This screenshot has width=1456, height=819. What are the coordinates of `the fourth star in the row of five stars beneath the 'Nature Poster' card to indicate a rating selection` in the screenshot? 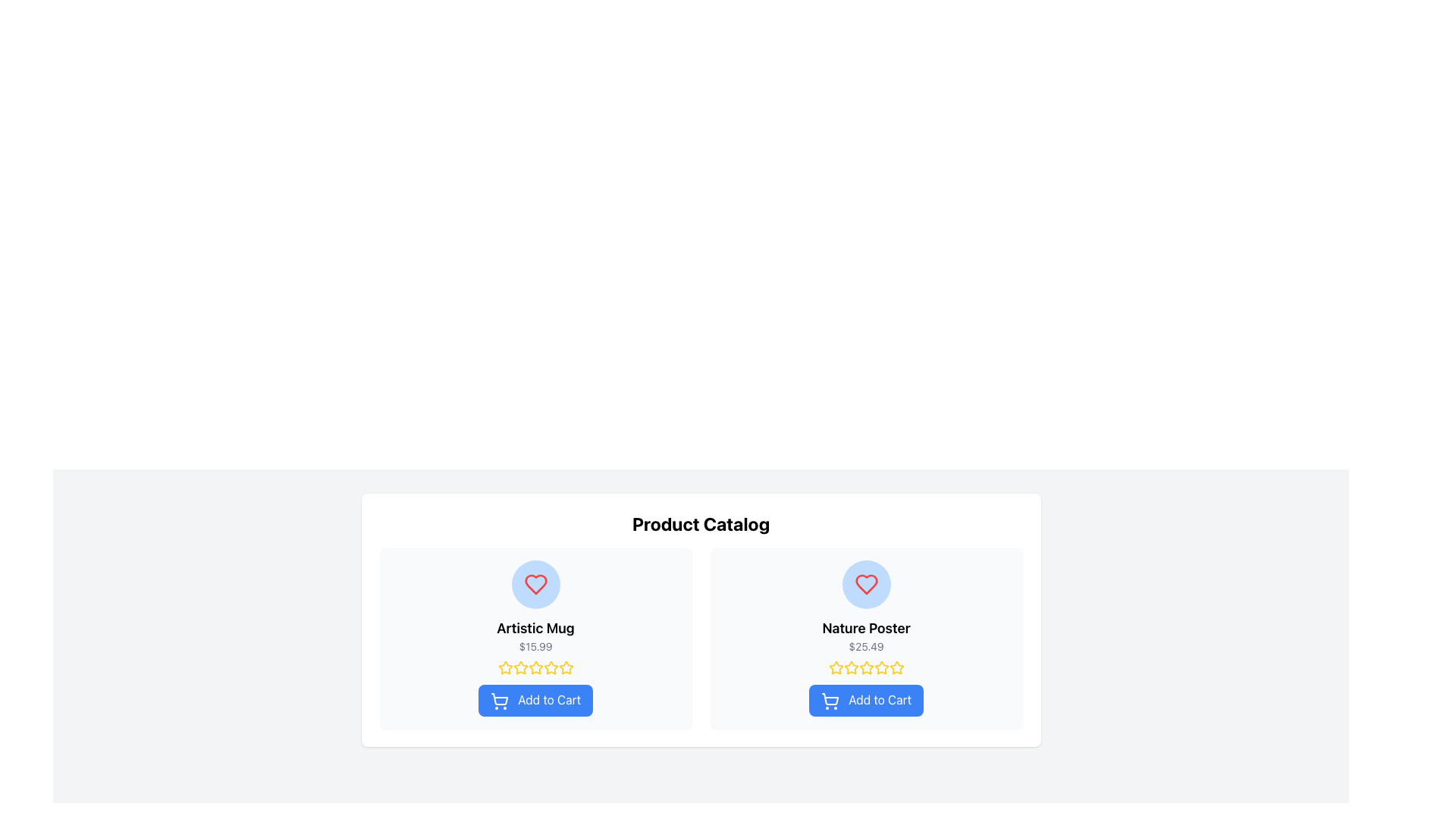 It's located at (866, 667).